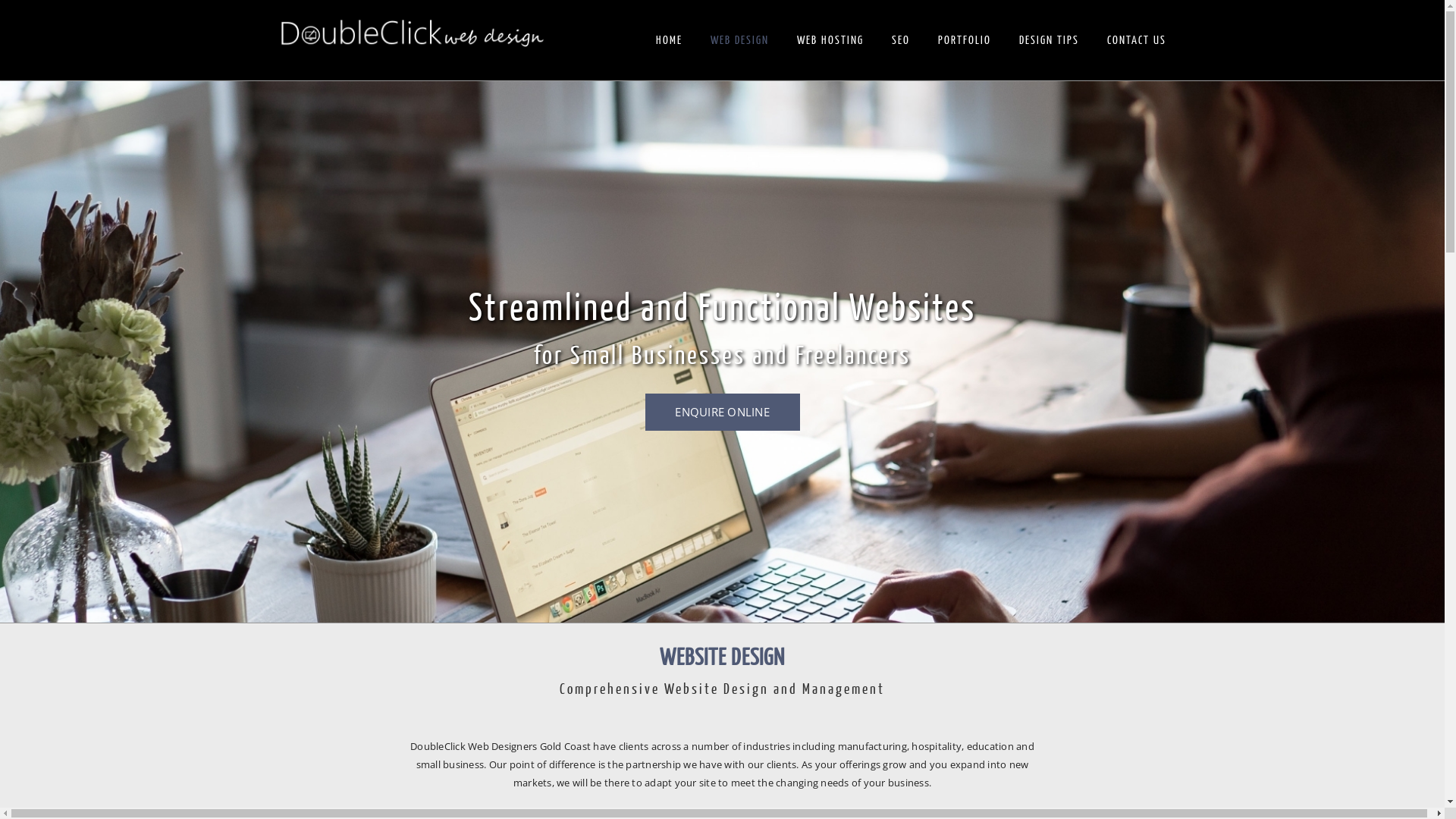 The height and width of the screenshot is (819, 1456). Describe the element at coordinates (720, 412) in the screenshot. I see `'ENQUIRE ONLINE'` at that location.